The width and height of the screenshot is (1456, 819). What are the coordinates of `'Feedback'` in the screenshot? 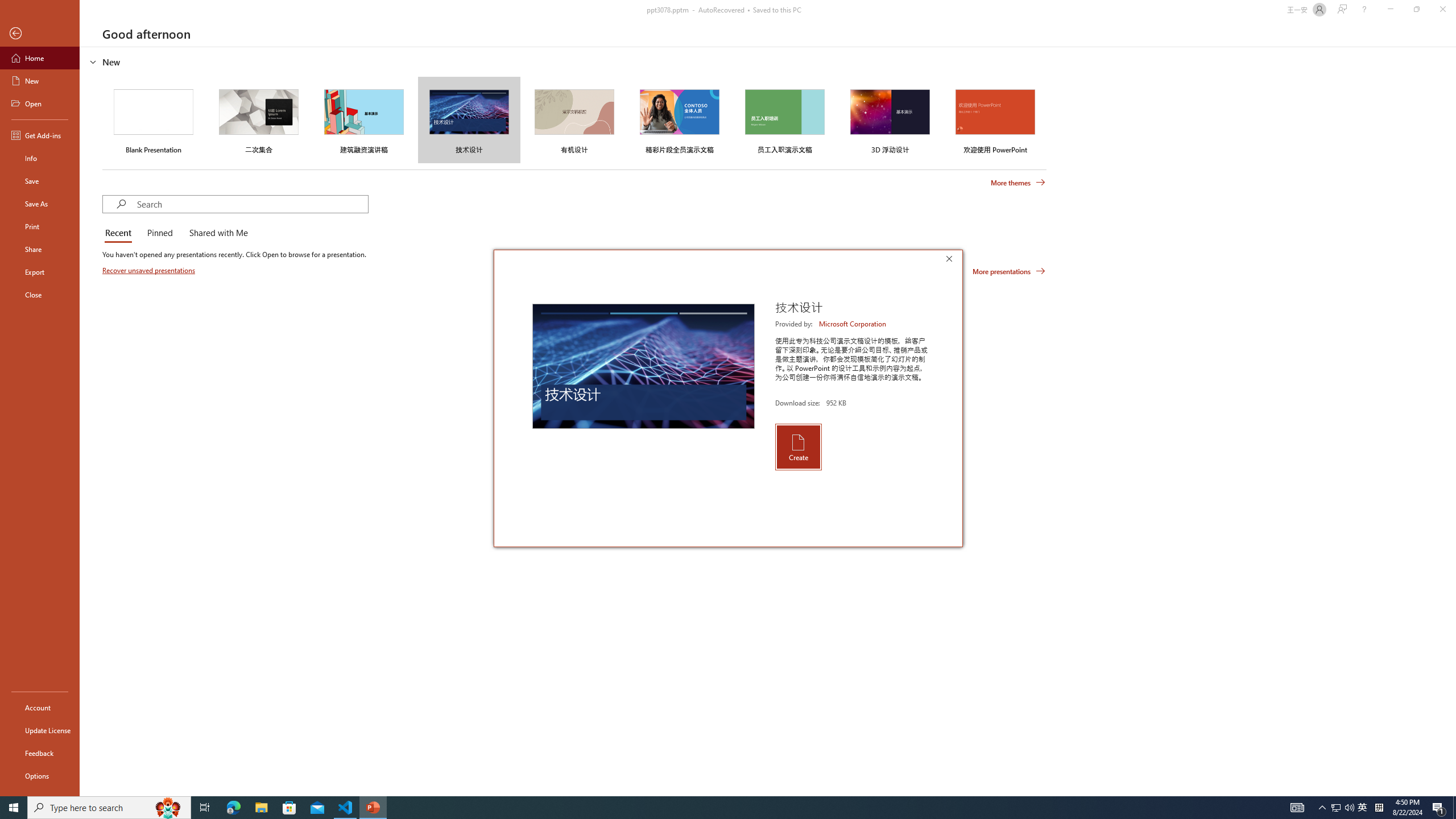 It's located at (39, 753).